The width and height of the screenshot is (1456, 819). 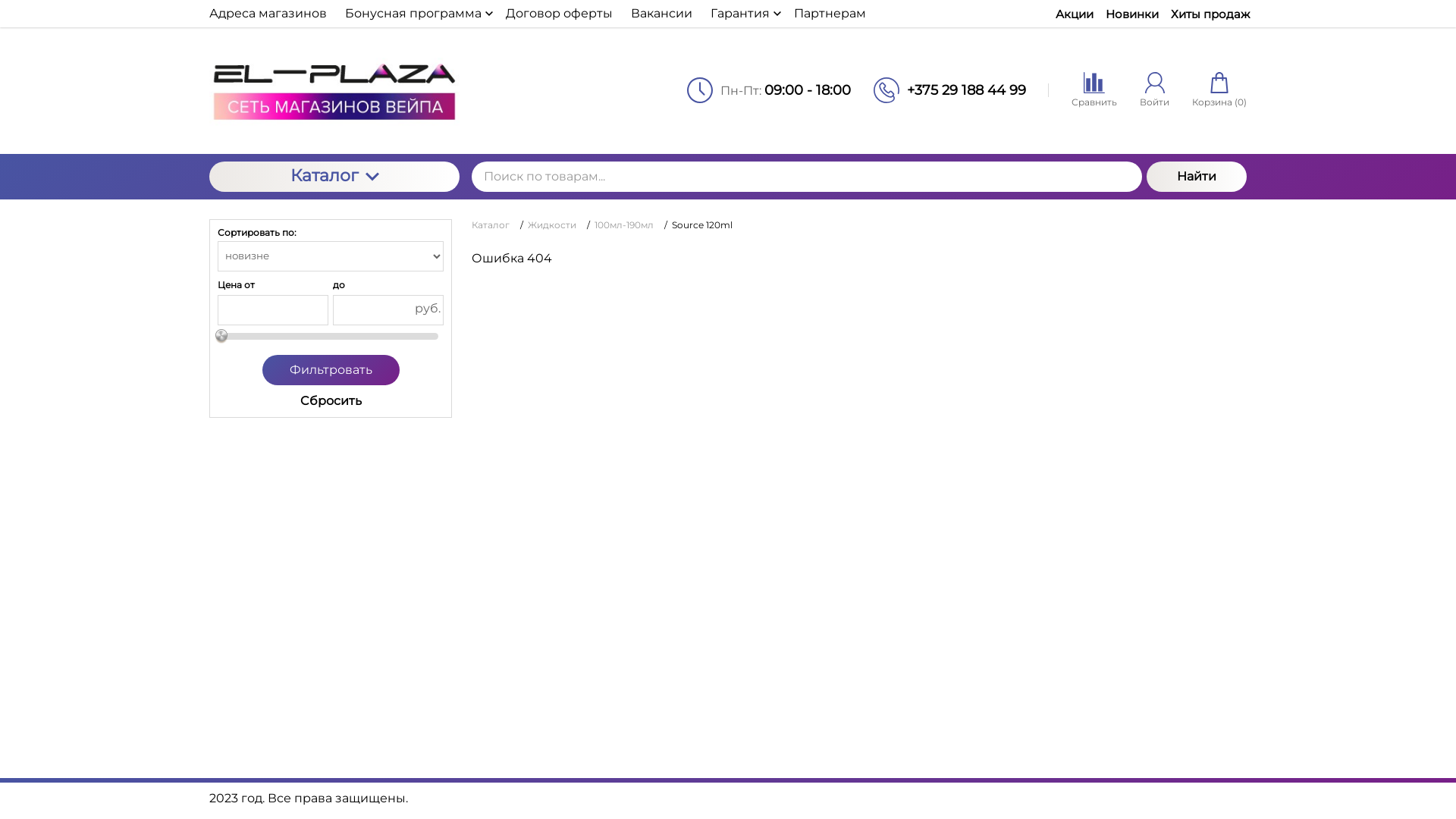 What do you see at coordinates (965, 90) in the screenshot?
I see `'+375 29 188 44 99'` at bounding box center [965, 90].